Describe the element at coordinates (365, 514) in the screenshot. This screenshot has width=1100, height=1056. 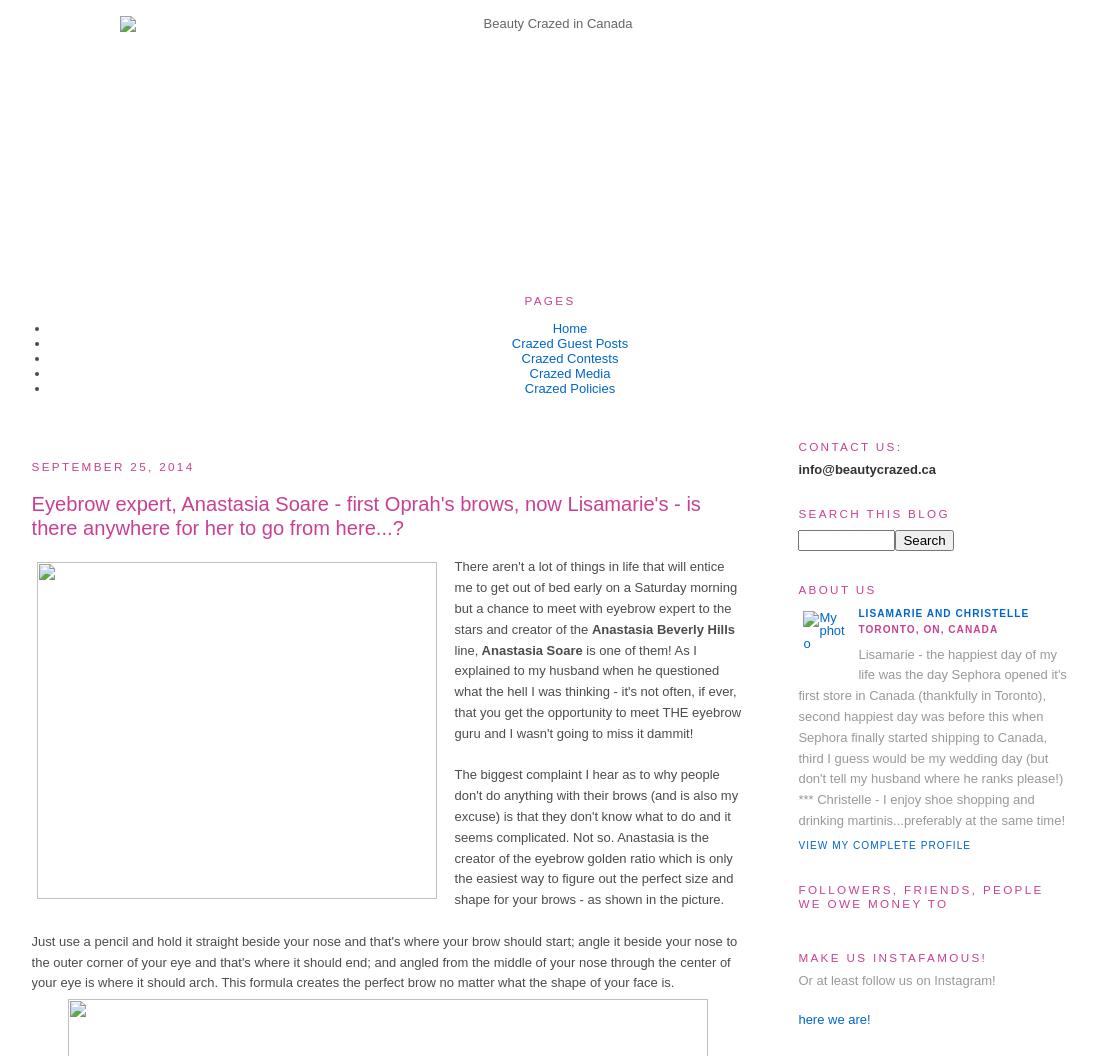
I see `'Eyebrow expert, Anastasia Soare - first Oprah's brows, now Lisamarie's - is there anywhere for her to go from here...?'` at that location.